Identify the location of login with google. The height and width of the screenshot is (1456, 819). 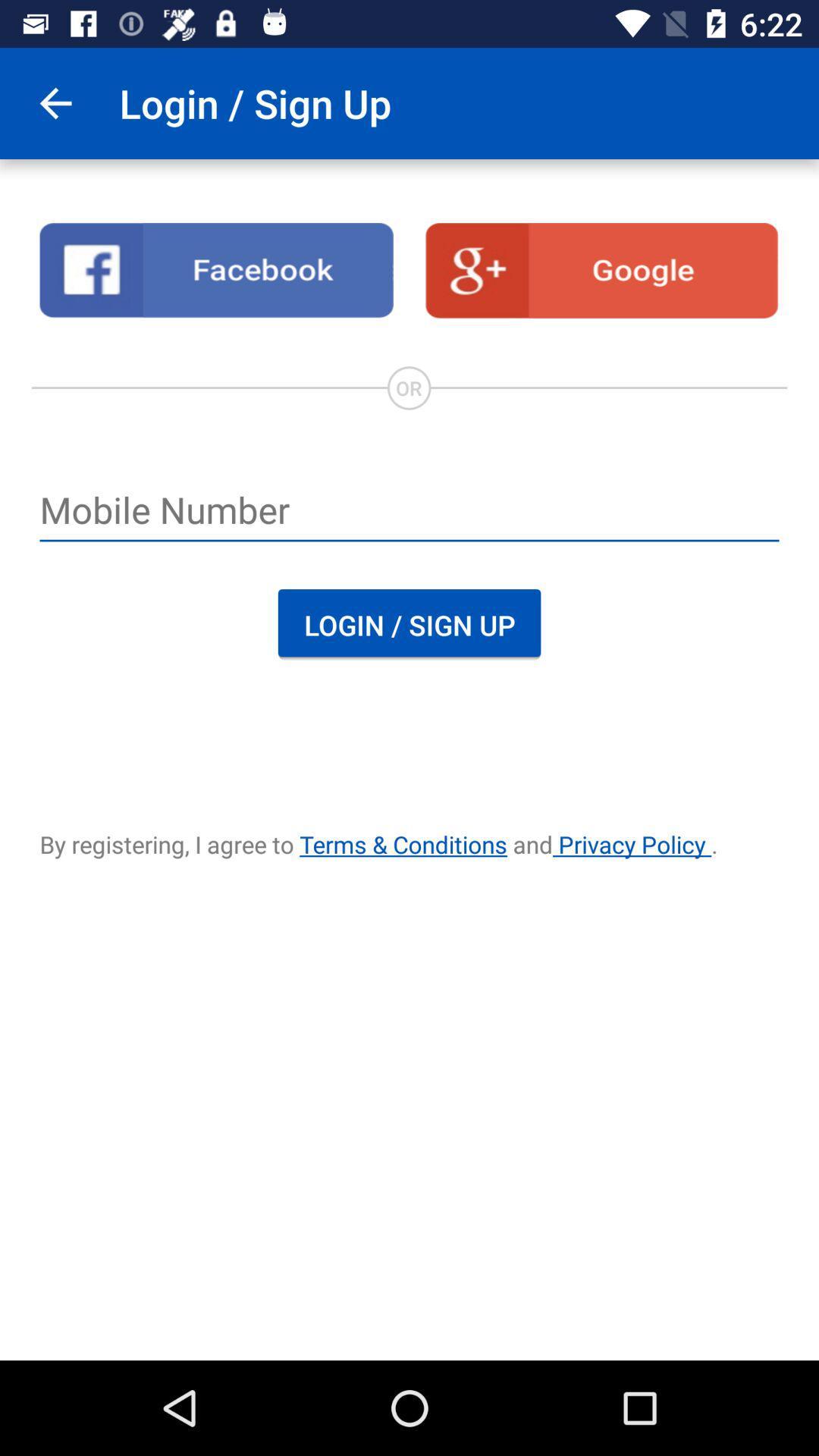
(601, 270).